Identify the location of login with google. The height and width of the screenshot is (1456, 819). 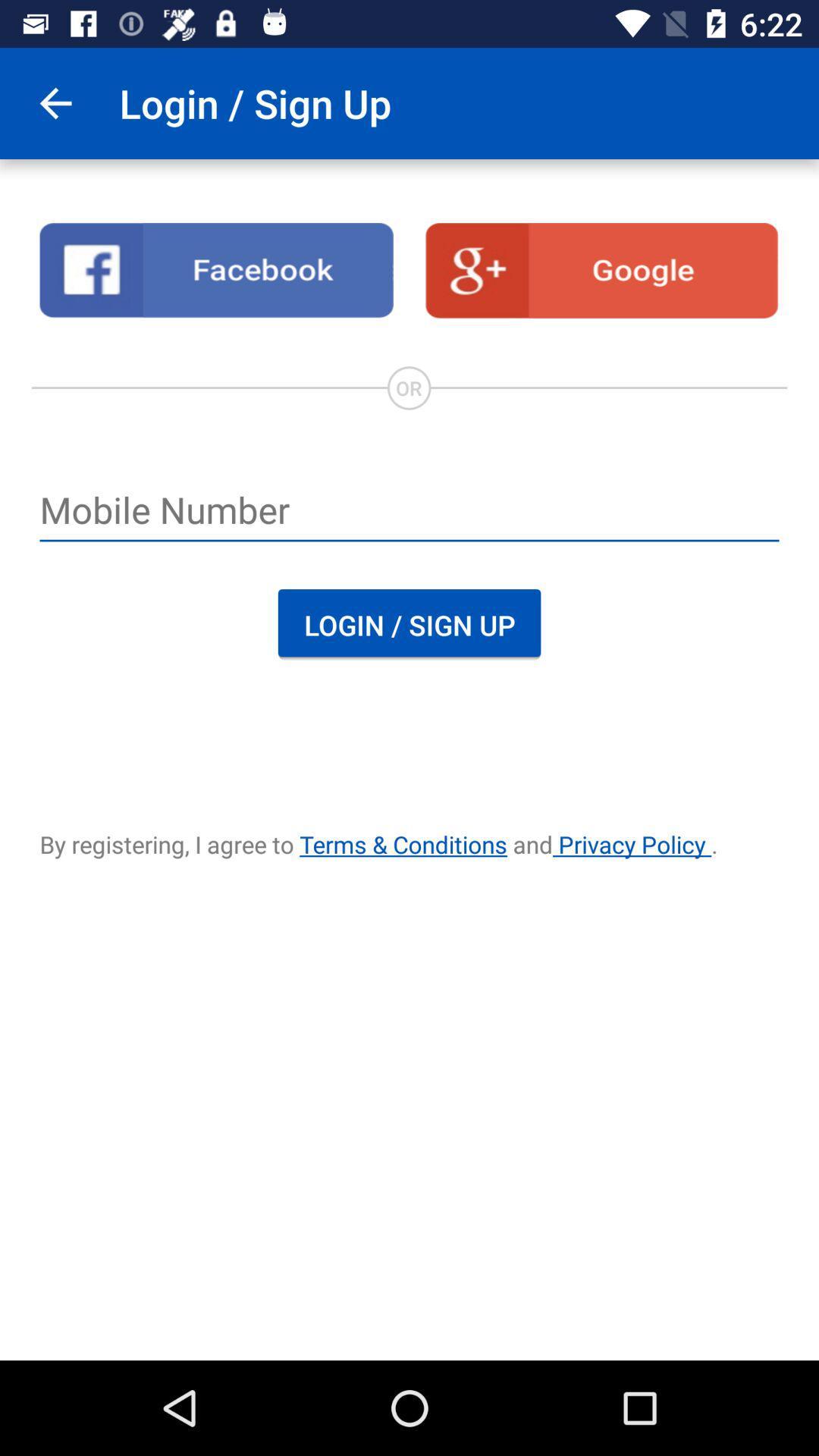
(601, 270).